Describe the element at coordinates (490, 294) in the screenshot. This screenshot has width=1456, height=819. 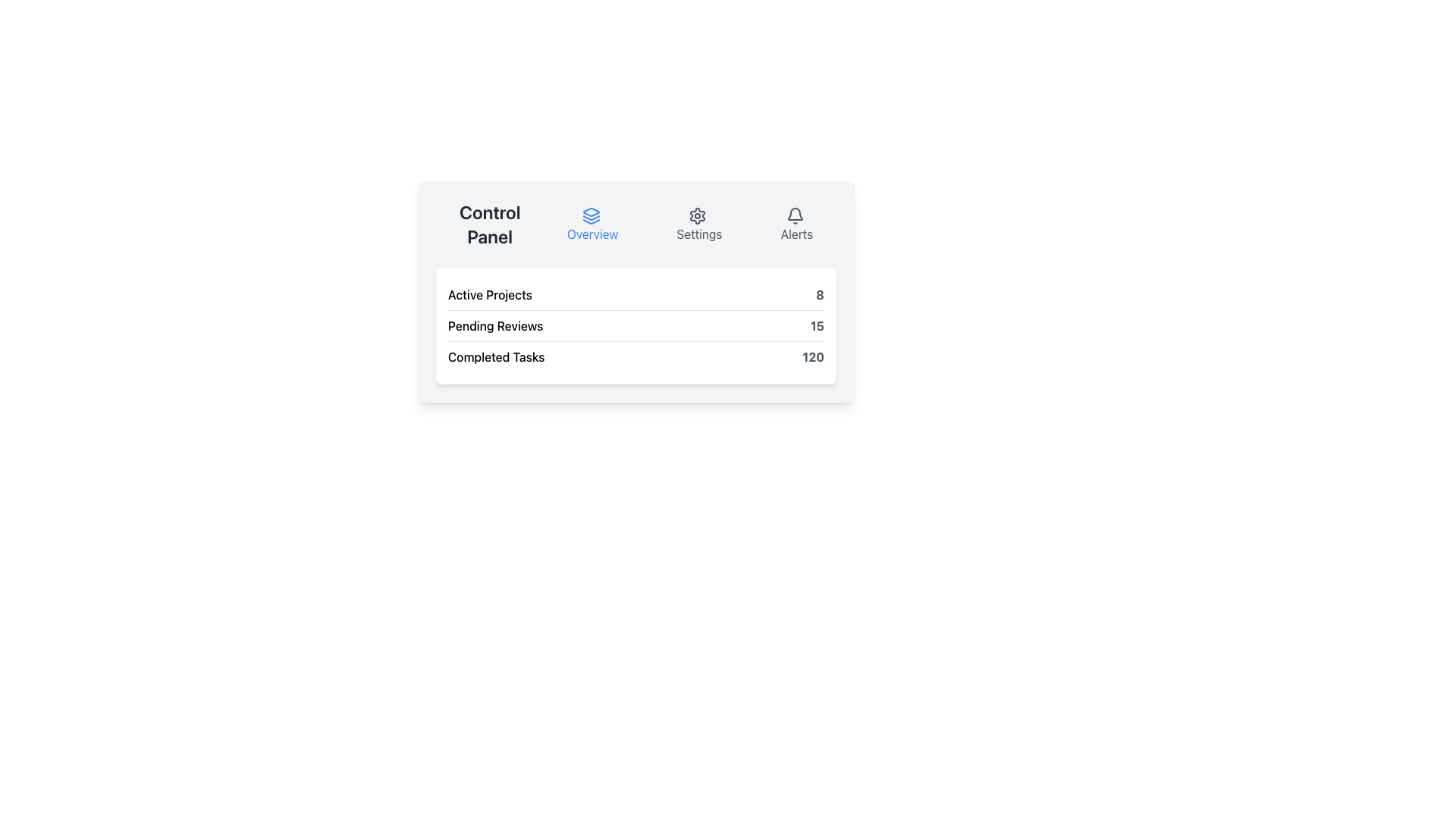
I see `the text label reading 'Active Projects' located in the upper-left section of the row, which is styled with medium font weight and part of a card layout` at that location.